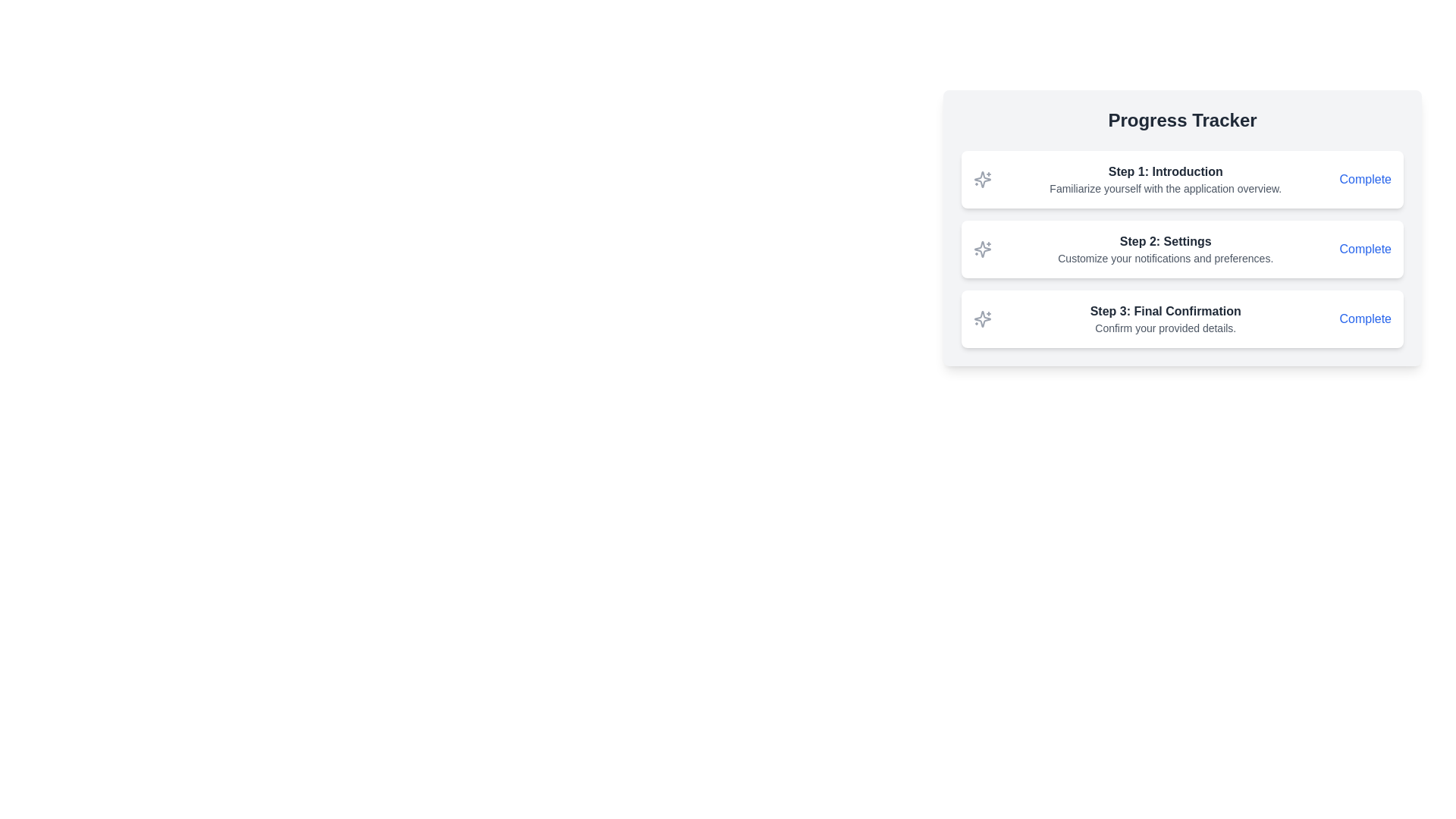  What do you see at coordinates (1165, 241) in the screenshot?
I see `the 'Step 2' title text in the multi-step process interface, which indicates the focus on settings and is positioned between 'Step 1: Introduction' and 'Step 3: Final Confirmation'` at bounding box center [1165, 241].